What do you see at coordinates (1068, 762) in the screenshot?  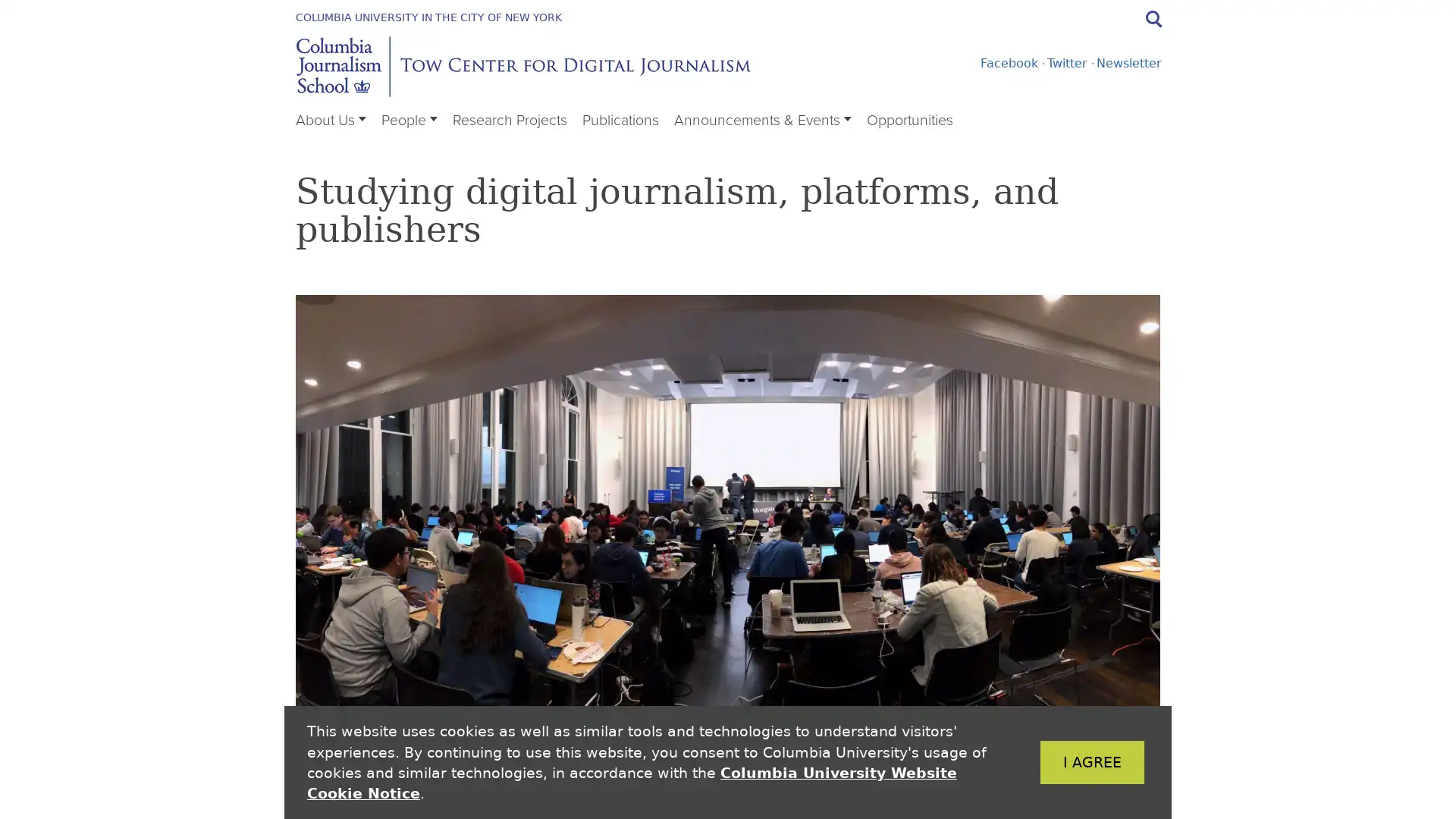 I see `Close Cookie Notice I AGREE` at bounding box center [1068, 762].